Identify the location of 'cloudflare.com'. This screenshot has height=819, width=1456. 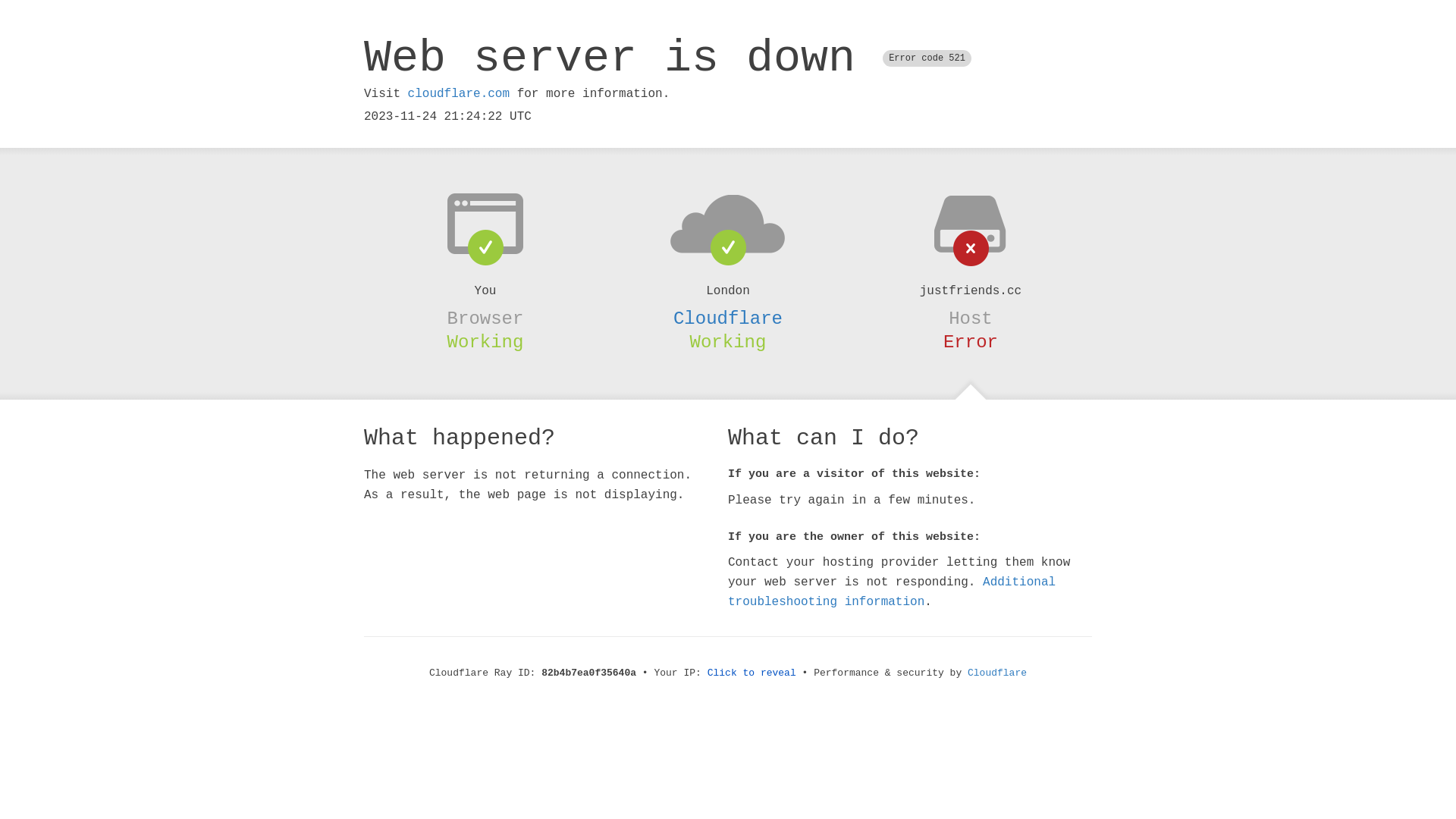
(457, 93).